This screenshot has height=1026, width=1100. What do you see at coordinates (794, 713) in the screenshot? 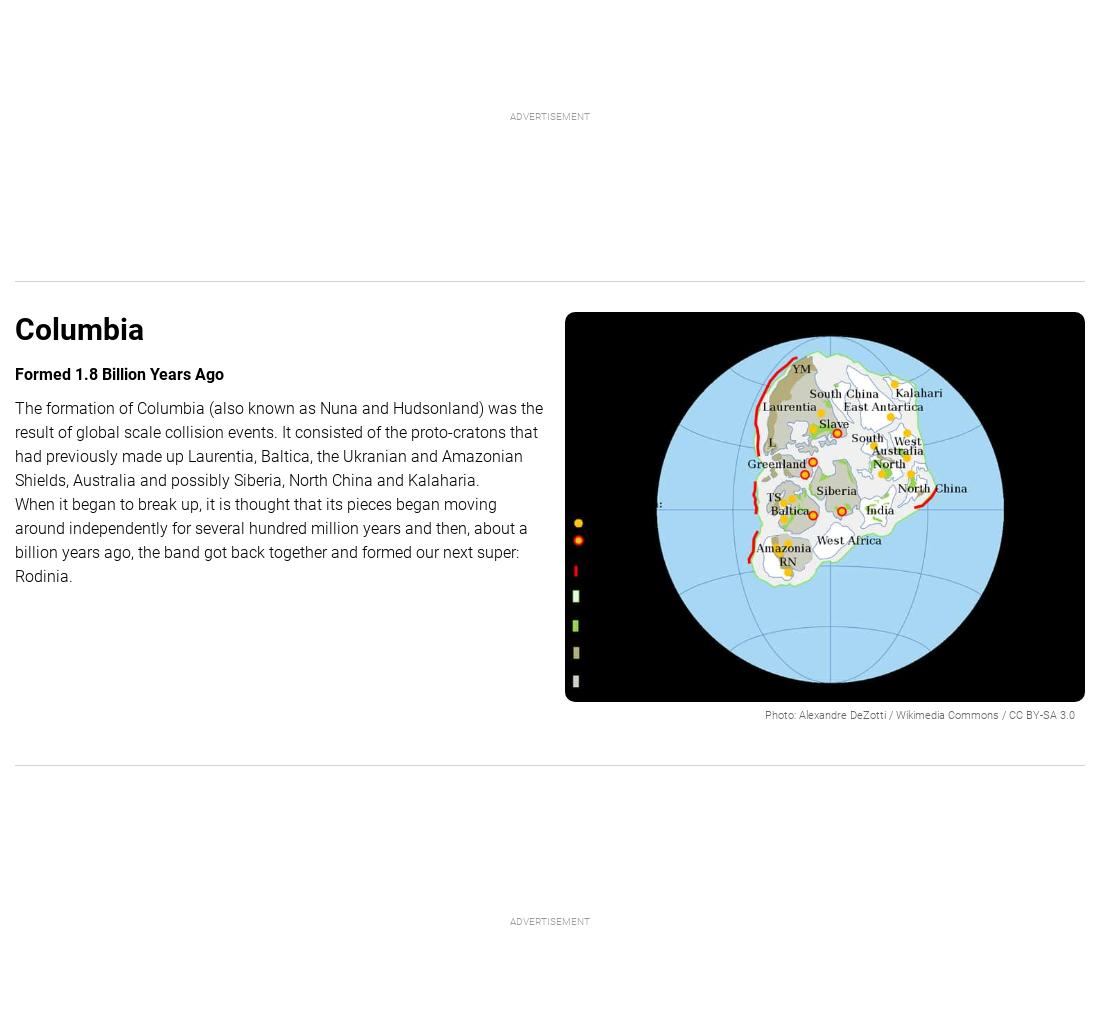
I see `':'` at bounding box center [794, 713].